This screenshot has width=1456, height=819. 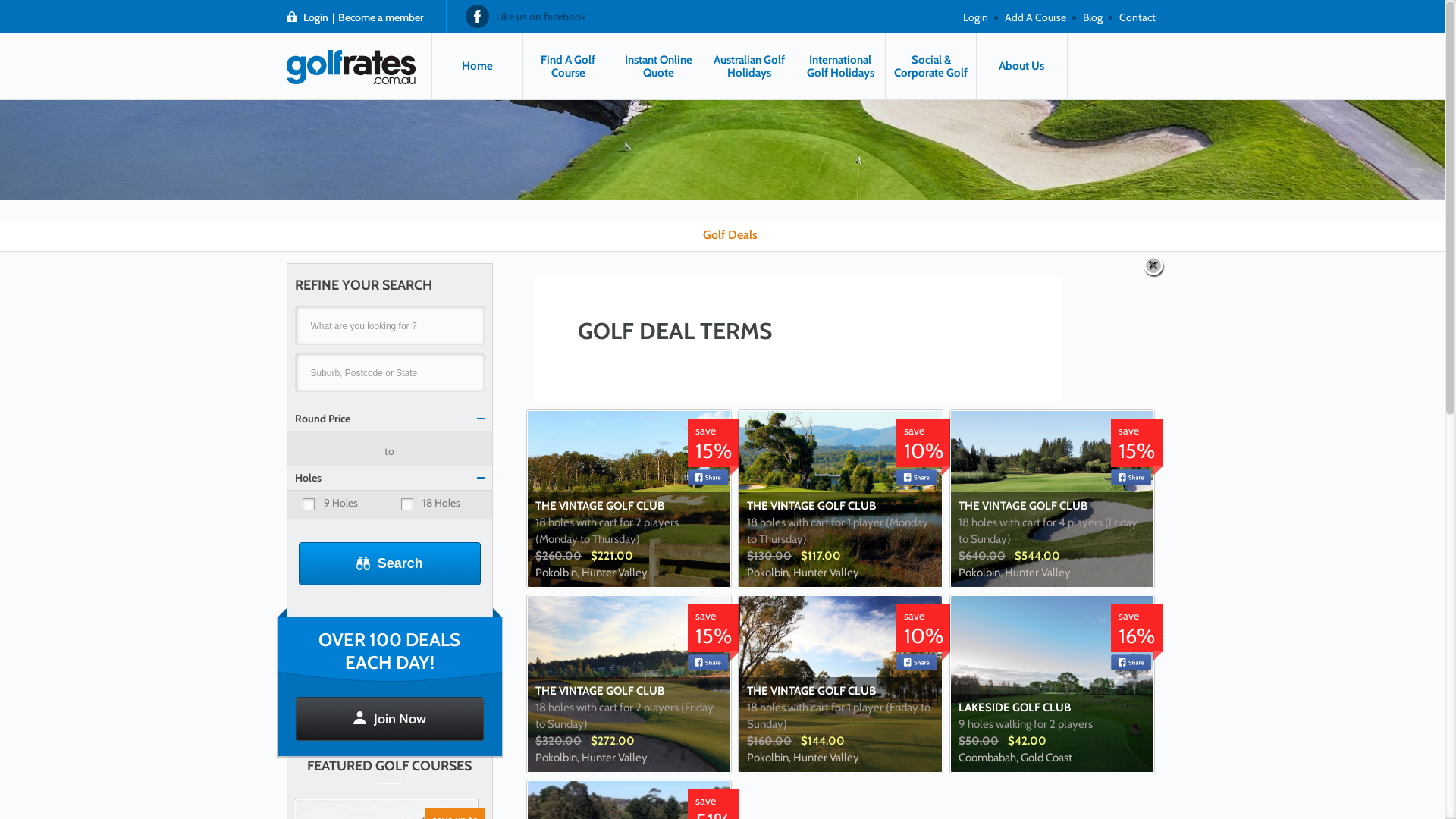 What do you see at coordinates (1153, 265) in the screenshot?
I see `'Close X'` at bounding box center [1153, 265].